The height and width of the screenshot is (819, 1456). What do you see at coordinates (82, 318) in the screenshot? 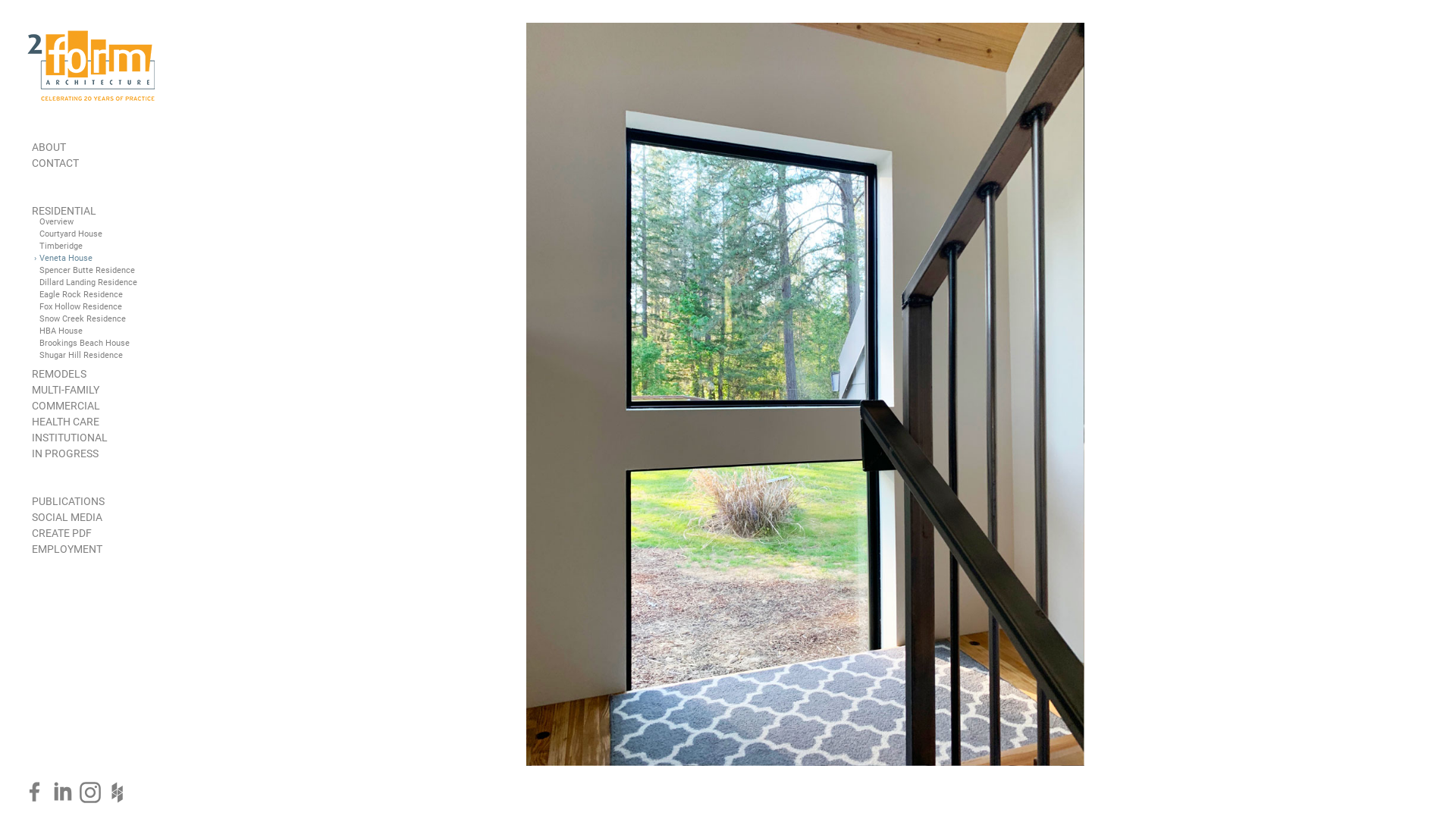
I see `'Snow Creek Residence'` at bounding box center [82, 318].